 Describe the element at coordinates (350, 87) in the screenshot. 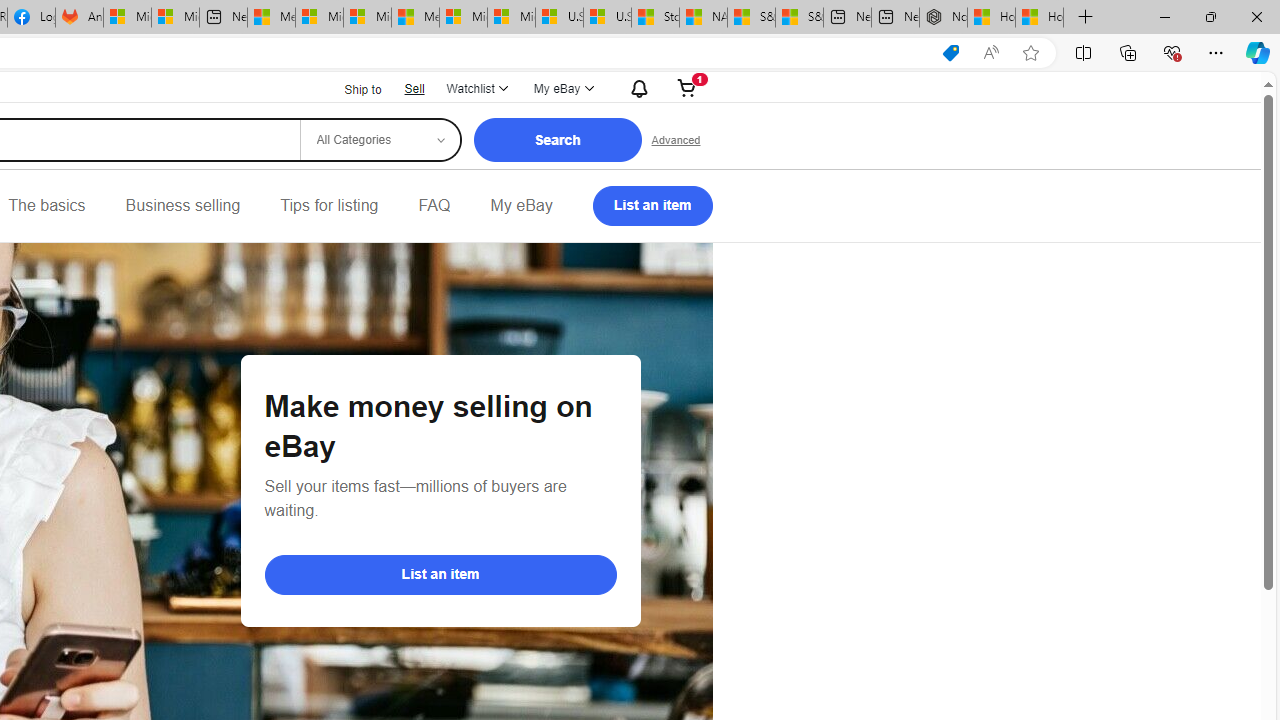

I see `'Ship to'` at that location.